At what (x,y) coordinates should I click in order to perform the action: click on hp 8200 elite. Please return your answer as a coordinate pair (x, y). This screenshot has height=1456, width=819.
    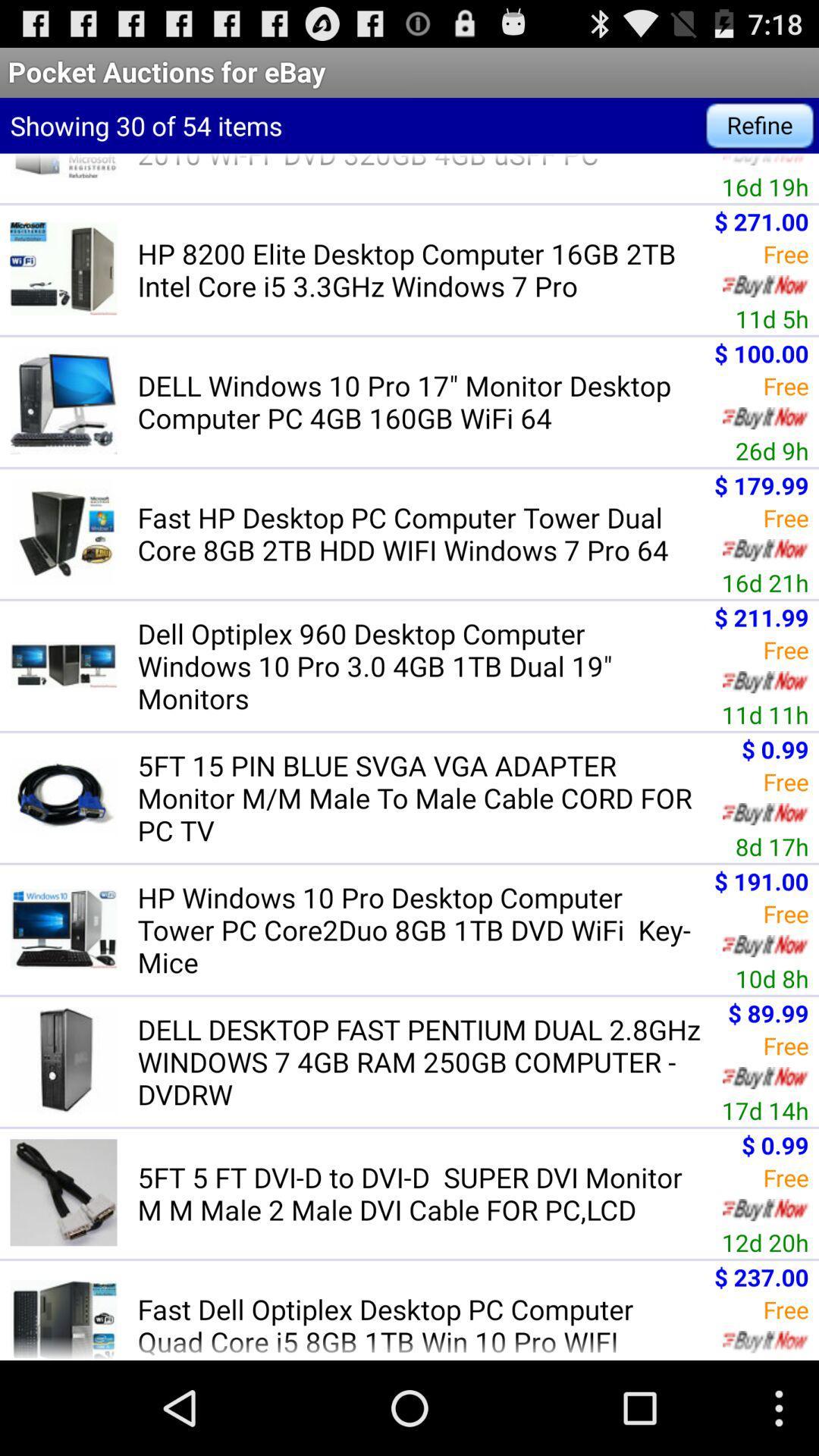
    Looking at the image, I should click on (421, 269).